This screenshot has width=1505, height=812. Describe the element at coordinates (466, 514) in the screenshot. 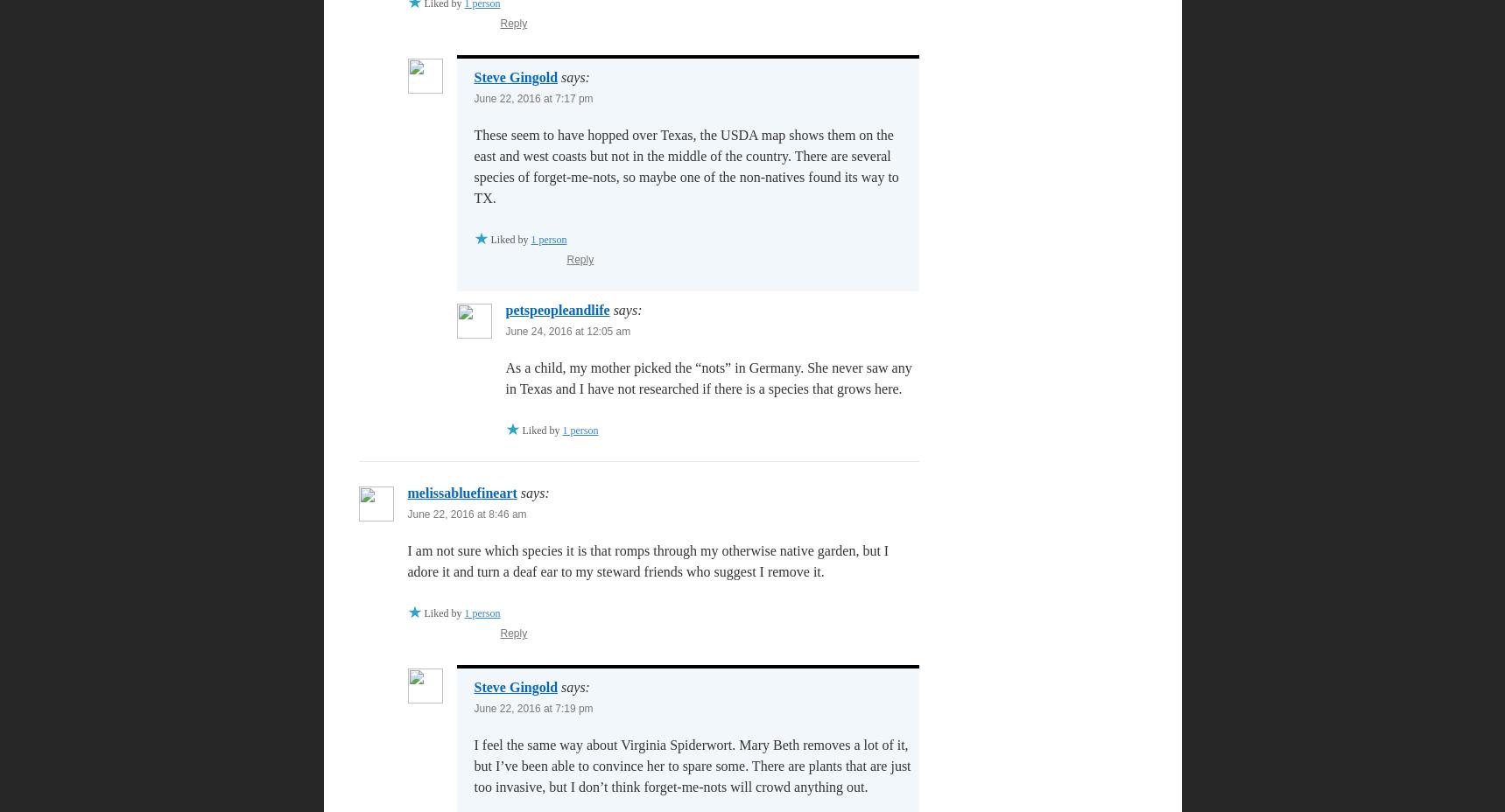

I see `'June 22, 2016 at 8:46 am'` at that location.